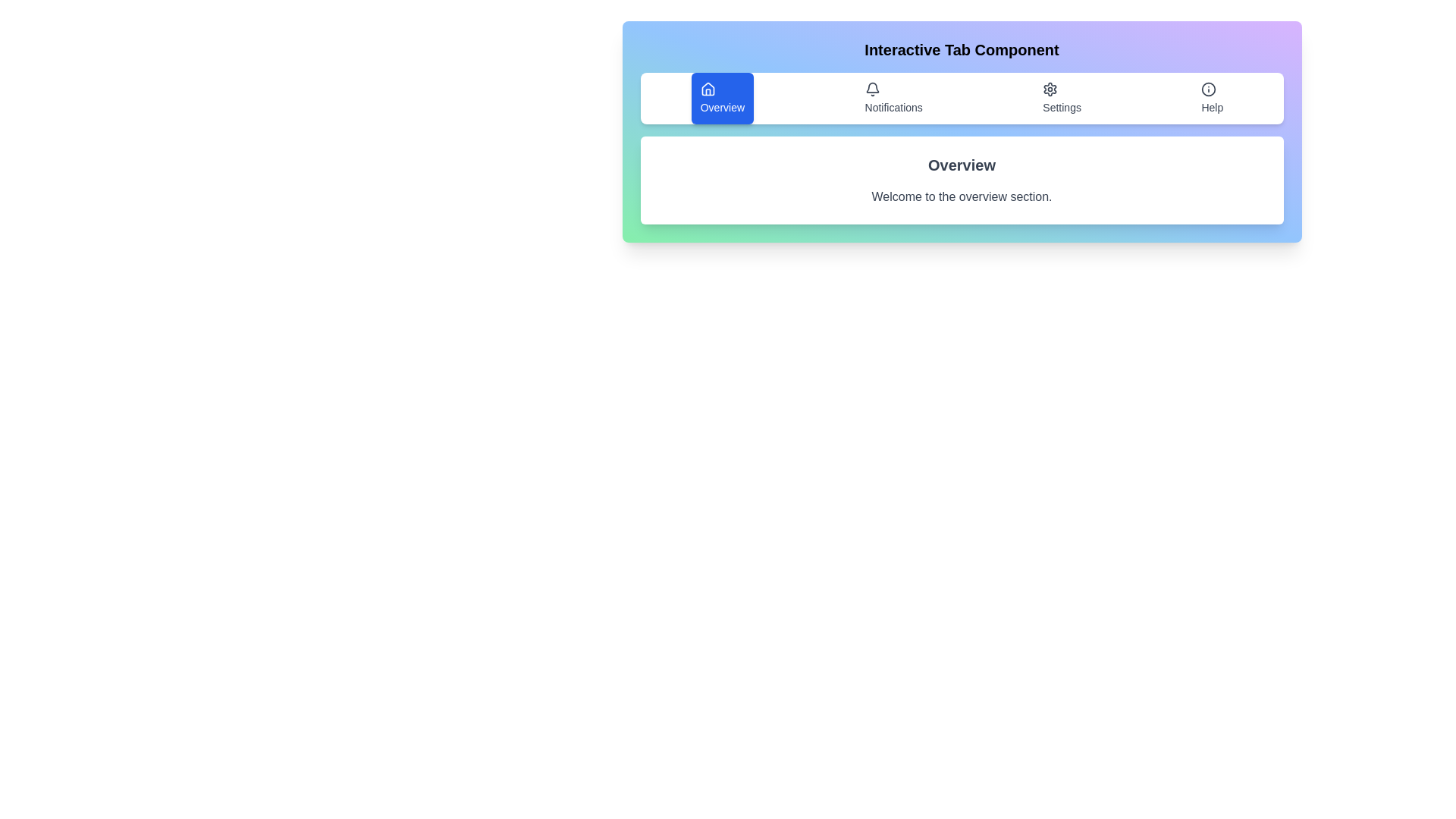 This screenshot has width=1456, height=819. Describe the element at coordinates (1211, 99) in the screenshot. I see `the tab labeled Help` at that location.